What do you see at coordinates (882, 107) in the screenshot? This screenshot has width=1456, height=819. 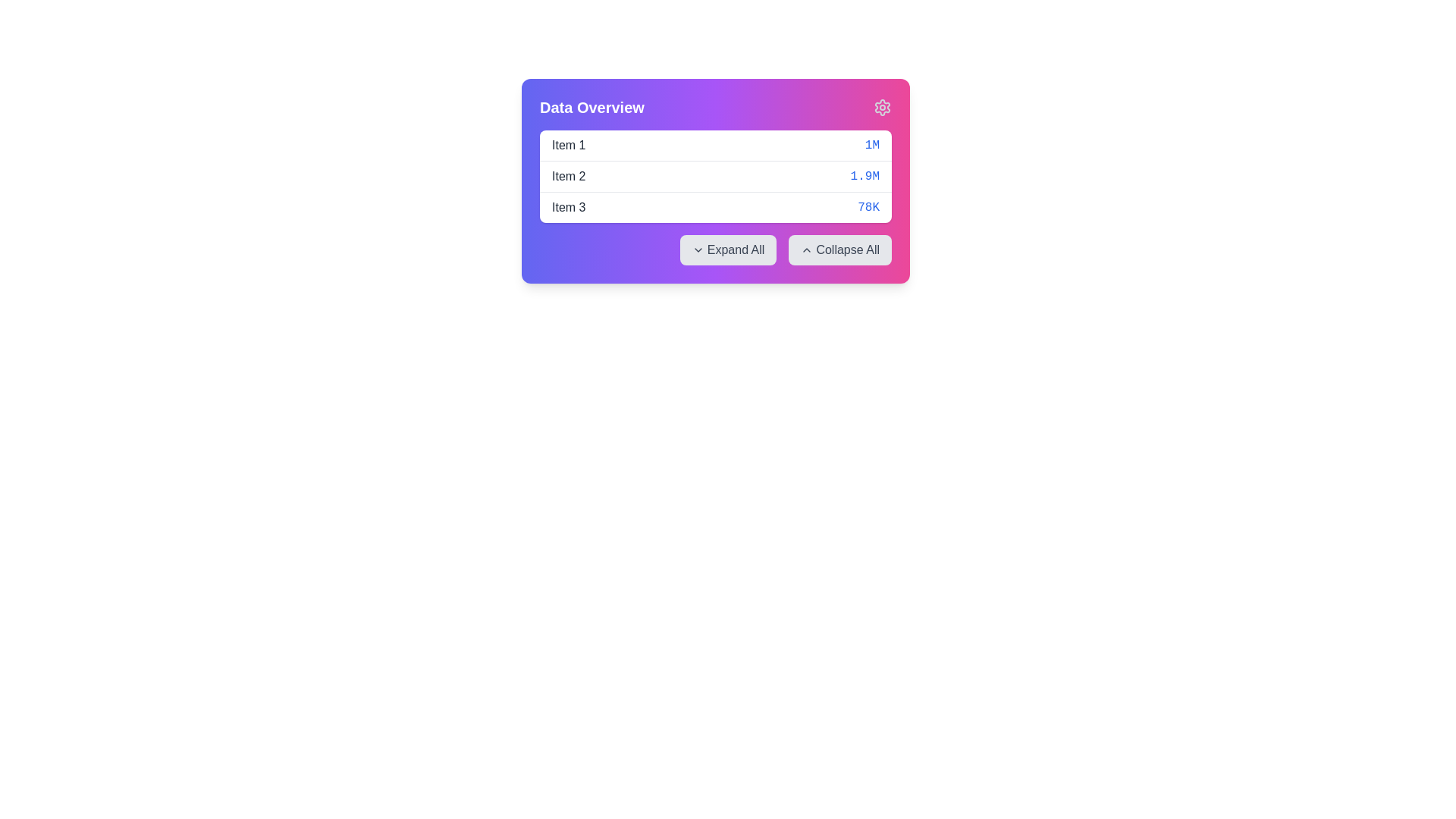 I see `the center of the pink gear-shaped settings icon located in the top-right corner of the 'Data Overview' card` at bounding box center [882, 107].